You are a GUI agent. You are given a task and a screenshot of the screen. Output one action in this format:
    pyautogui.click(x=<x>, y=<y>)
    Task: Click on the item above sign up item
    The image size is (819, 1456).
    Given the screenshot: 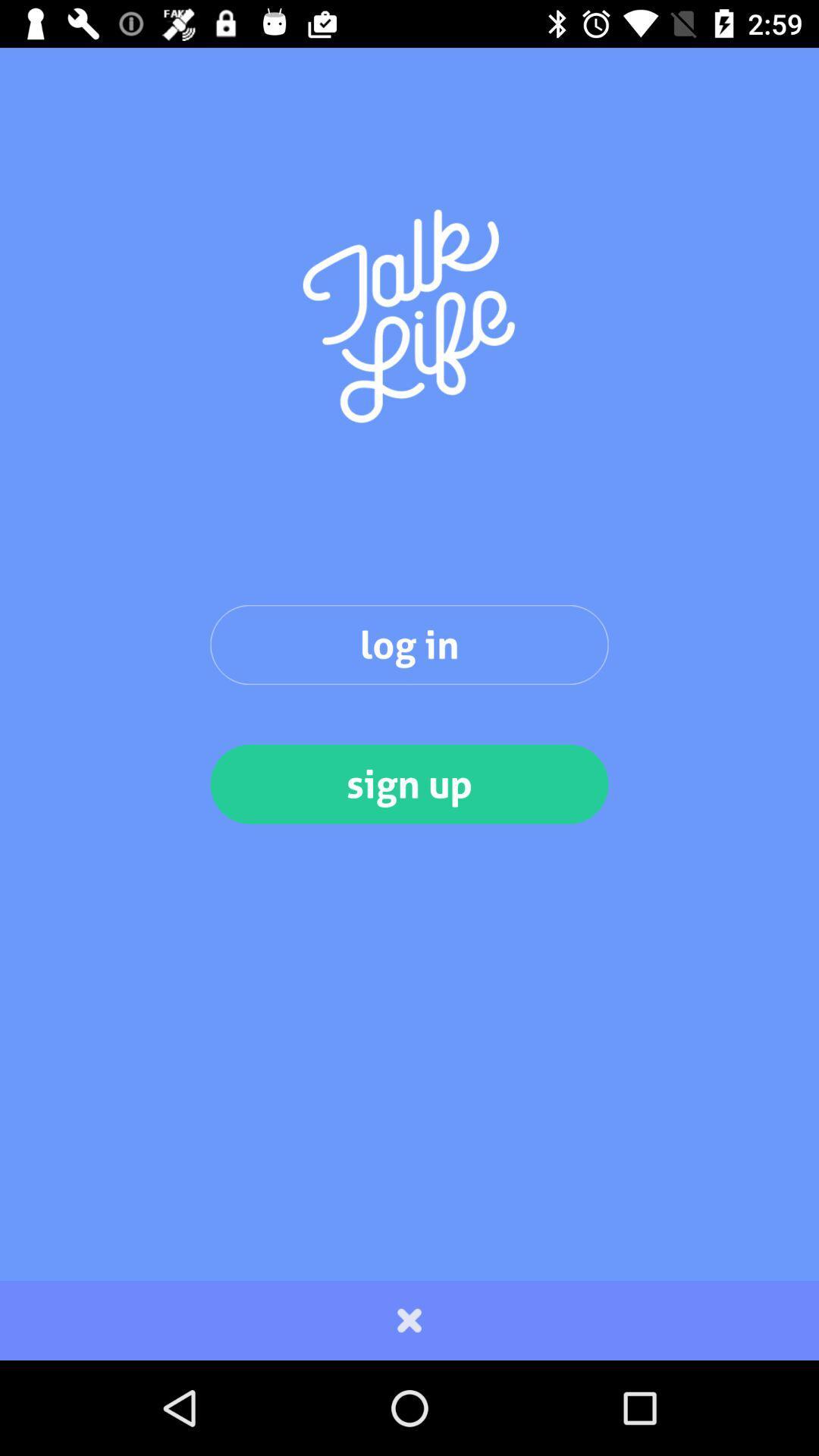 What is the action you would take?
    pyautogui.click(x=409, y=645)
    